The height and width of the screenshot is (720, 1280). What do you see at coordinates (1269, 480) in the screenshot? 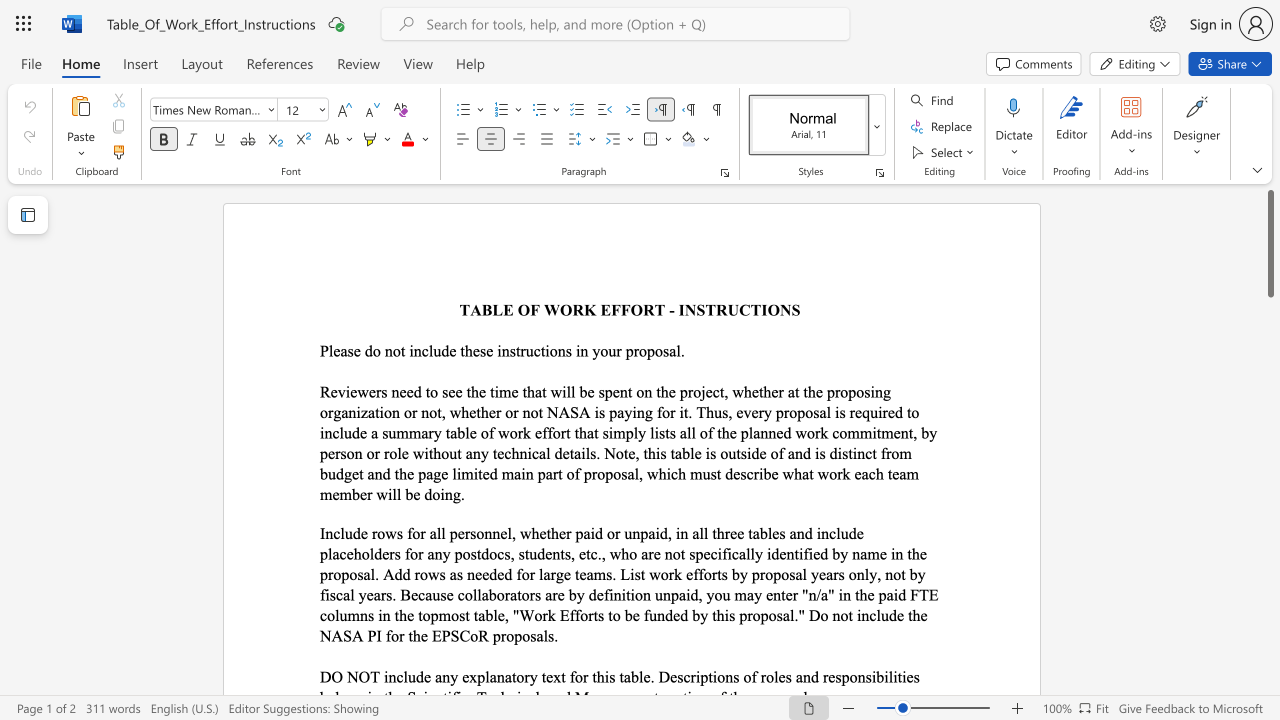
I see `the scrollbar on the right to move the page downward` at bounding box center [1269, 480].